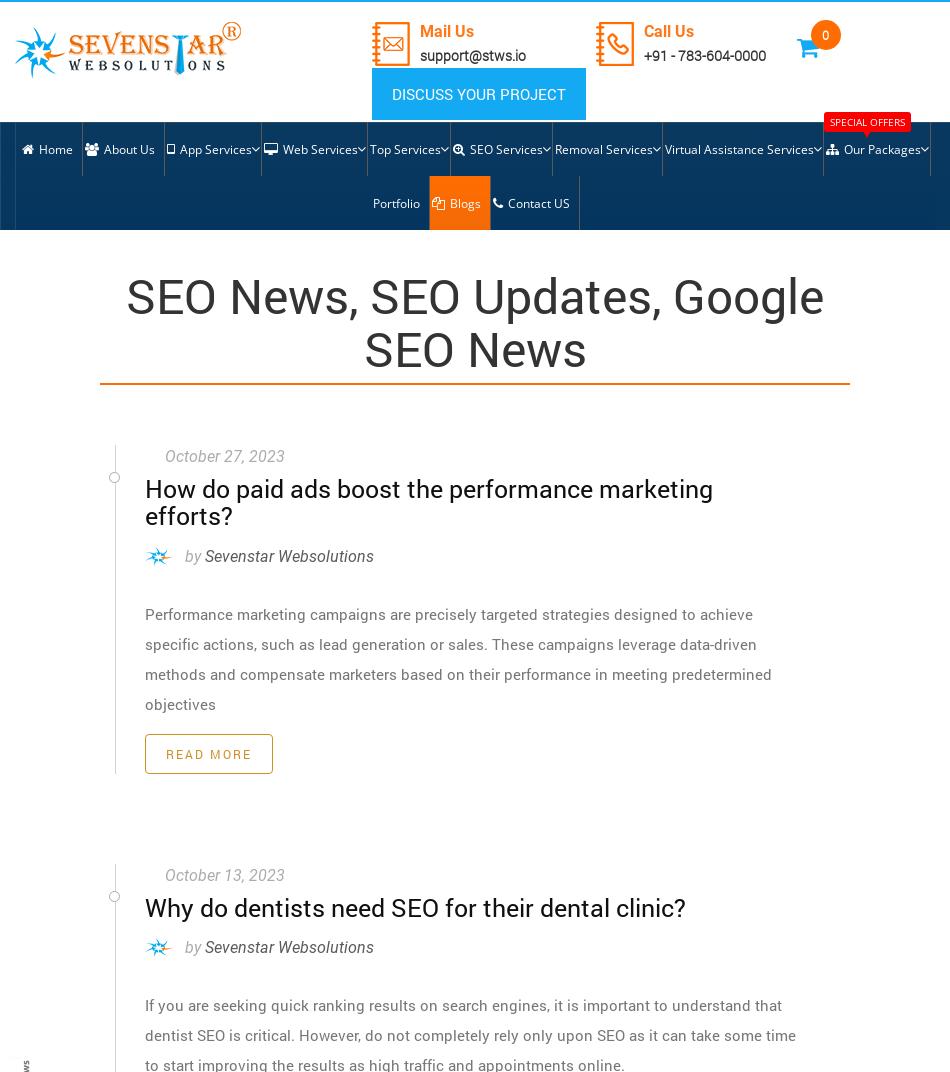 The image size is (950, 1072). Describe the element at coordinates (403, 148) in the screenshot. I see `'Top Services'` at that location.